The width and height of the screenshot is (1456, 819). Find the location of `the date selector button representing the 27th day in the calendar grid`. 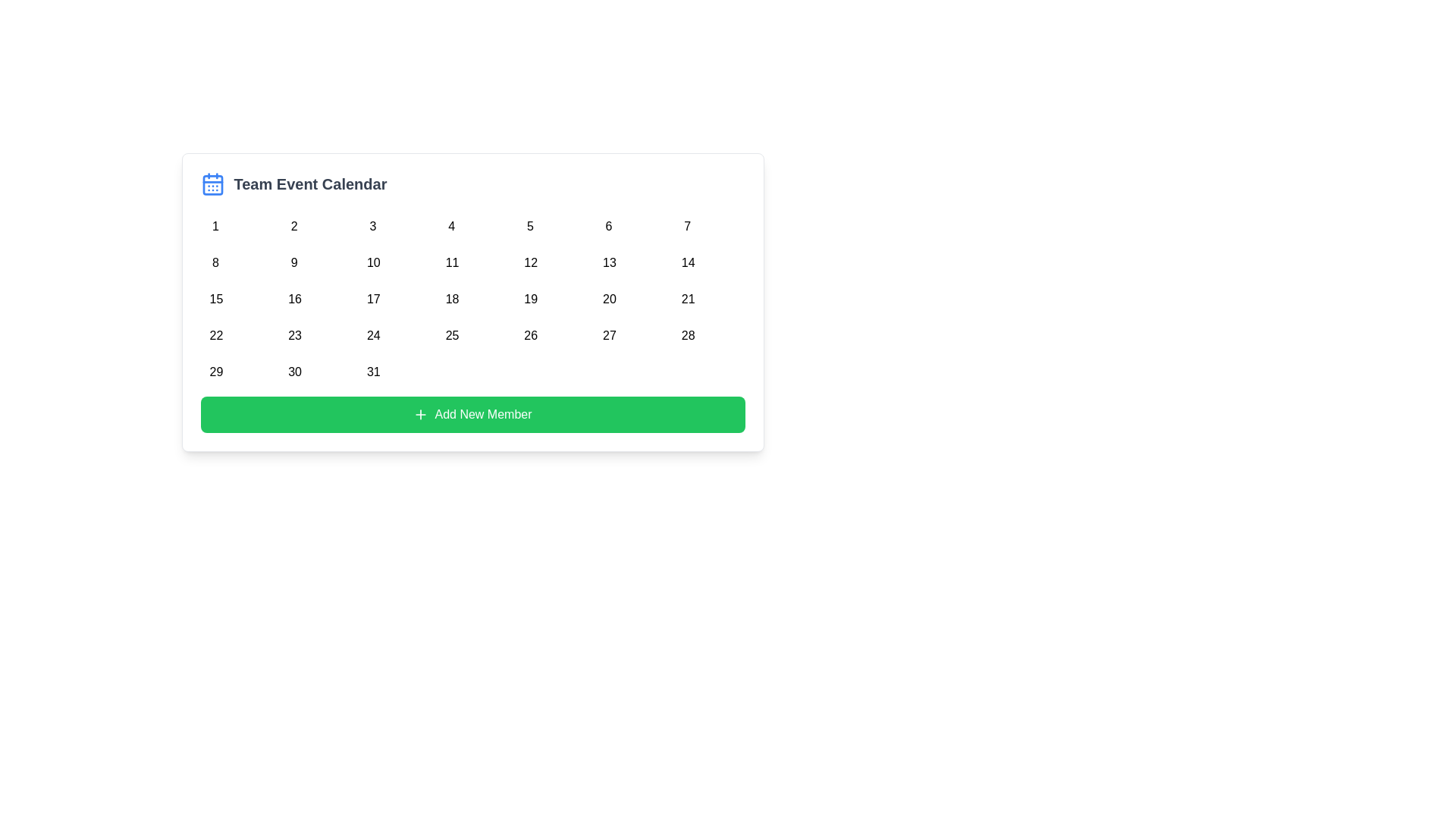

the date selector button representing the 27th day in the calendar grid is located at coordinates (609, 332).